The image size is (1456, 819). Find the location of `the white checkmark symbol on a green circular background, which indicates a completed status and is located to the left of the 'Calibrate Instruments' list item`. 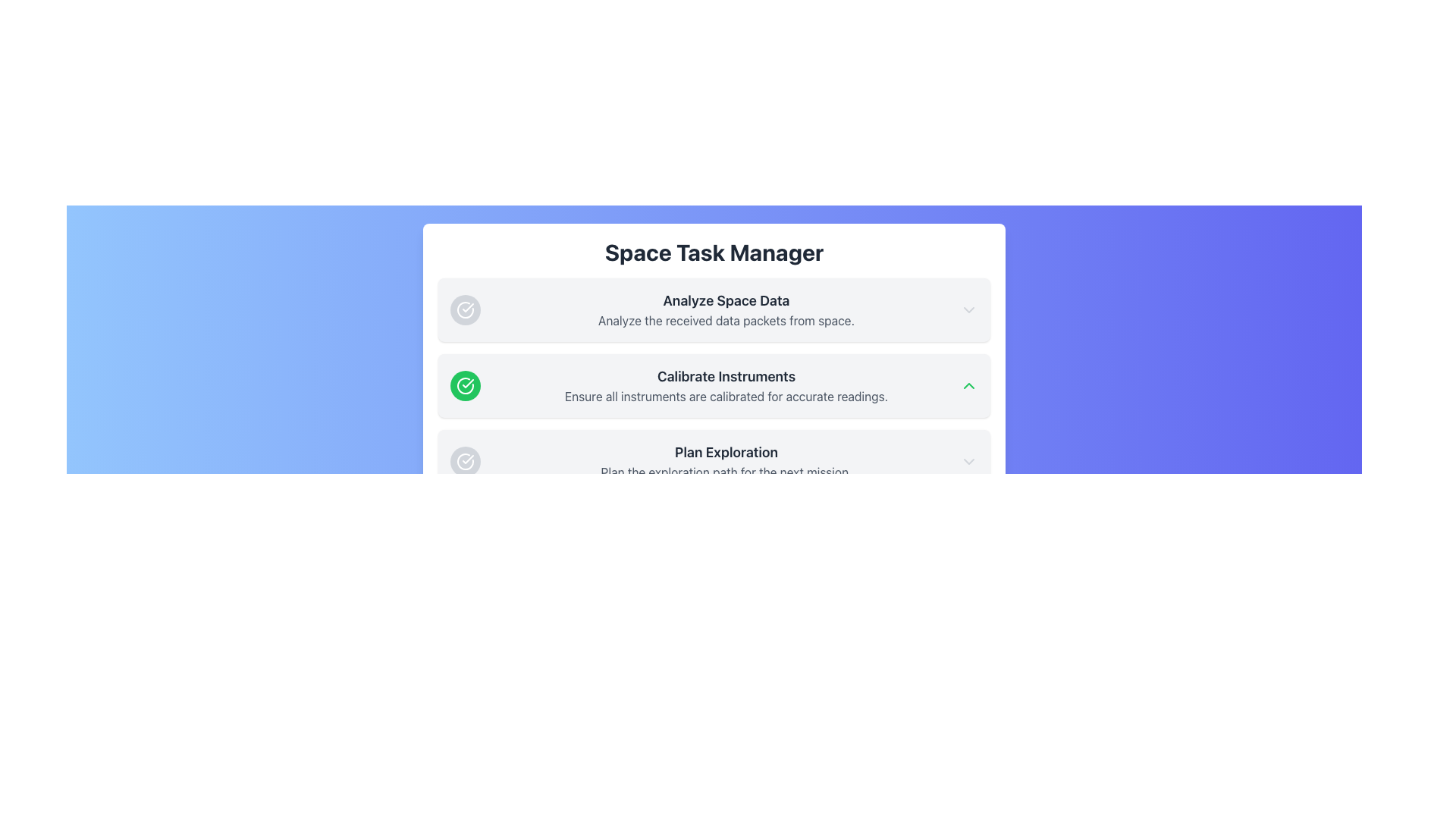

the white checkmark symbol on a green circular background, which indicates a completed status and is located to the left of the 'Calibrate Instruments' list item is located at coordinates (467, 382).